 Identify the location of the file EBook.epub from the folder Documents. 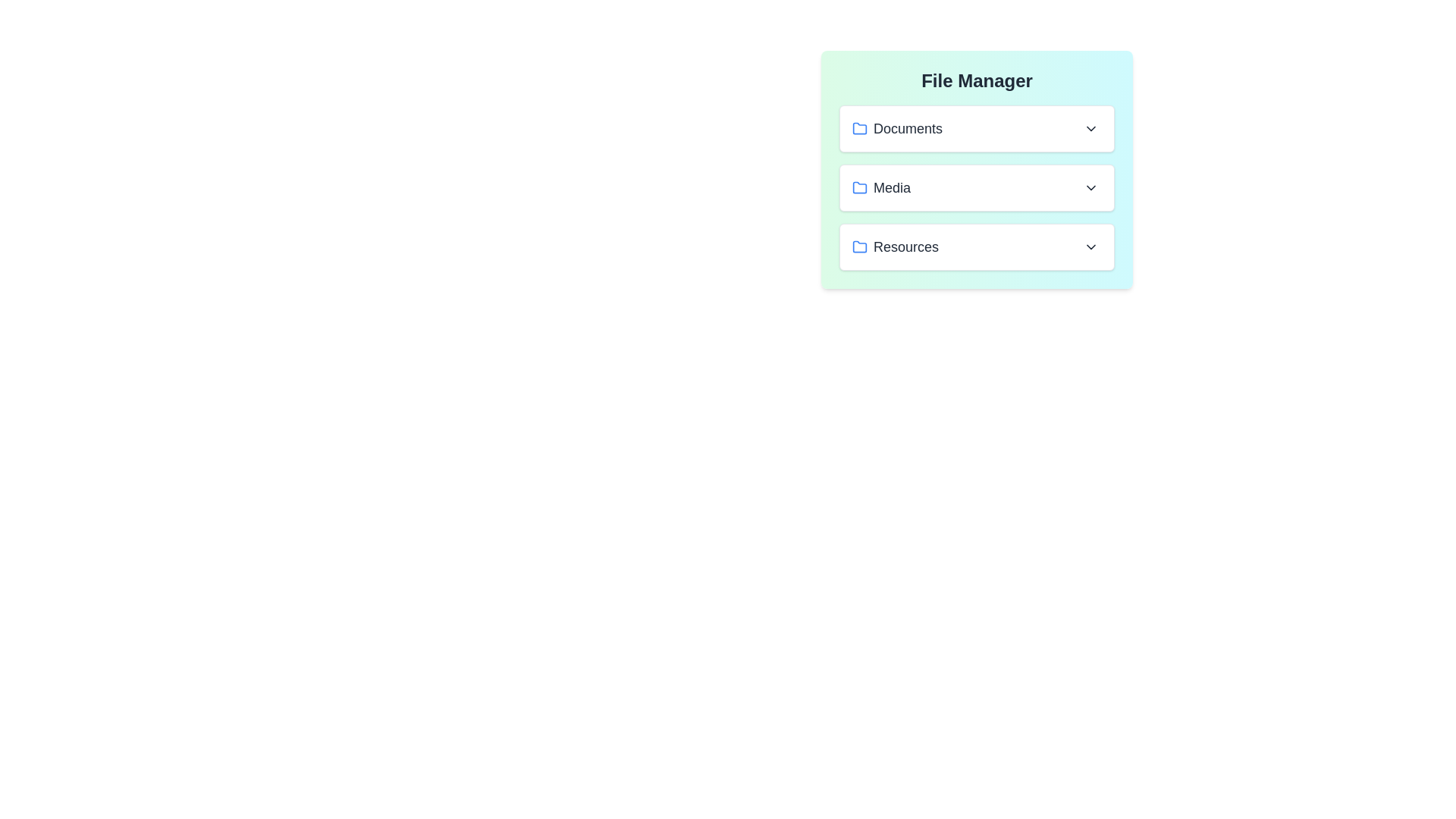
(977, 127).